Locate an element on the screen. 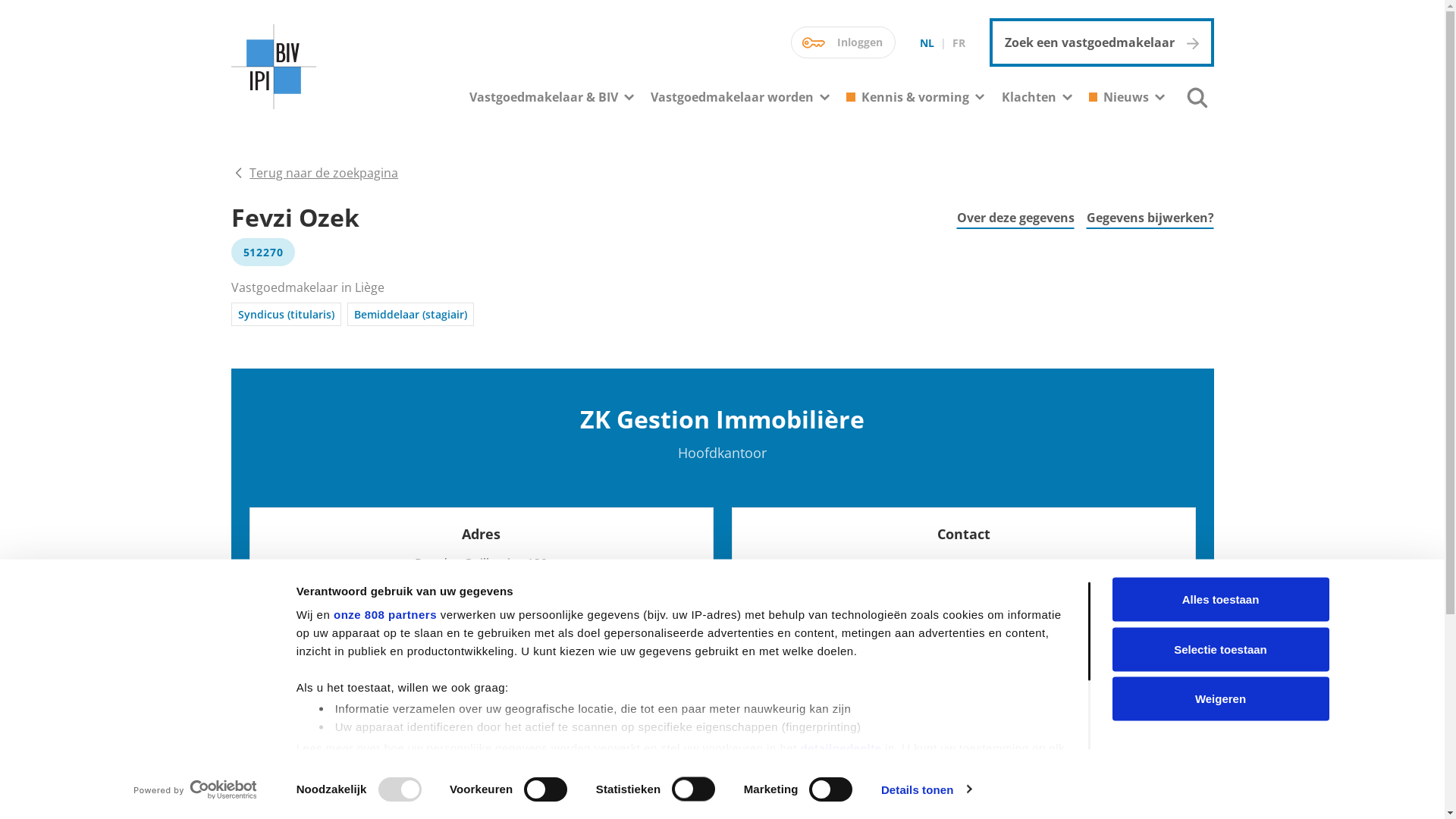  'Vastgoedmakelaar worden' is located at coordinates (732, 96).